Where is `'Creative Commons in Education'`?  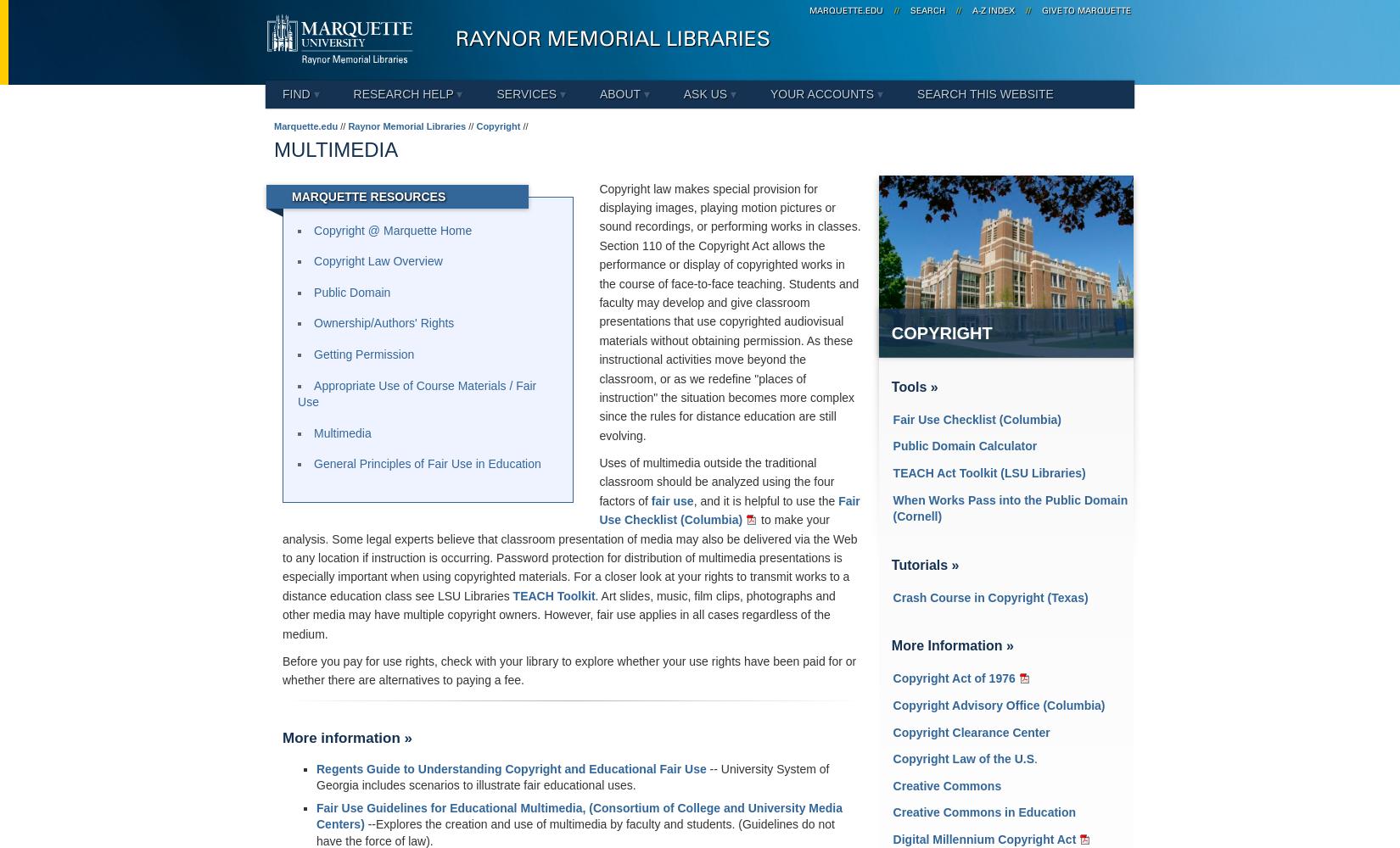 'Creative Commons in Education' is located at coordinates (893, 812).